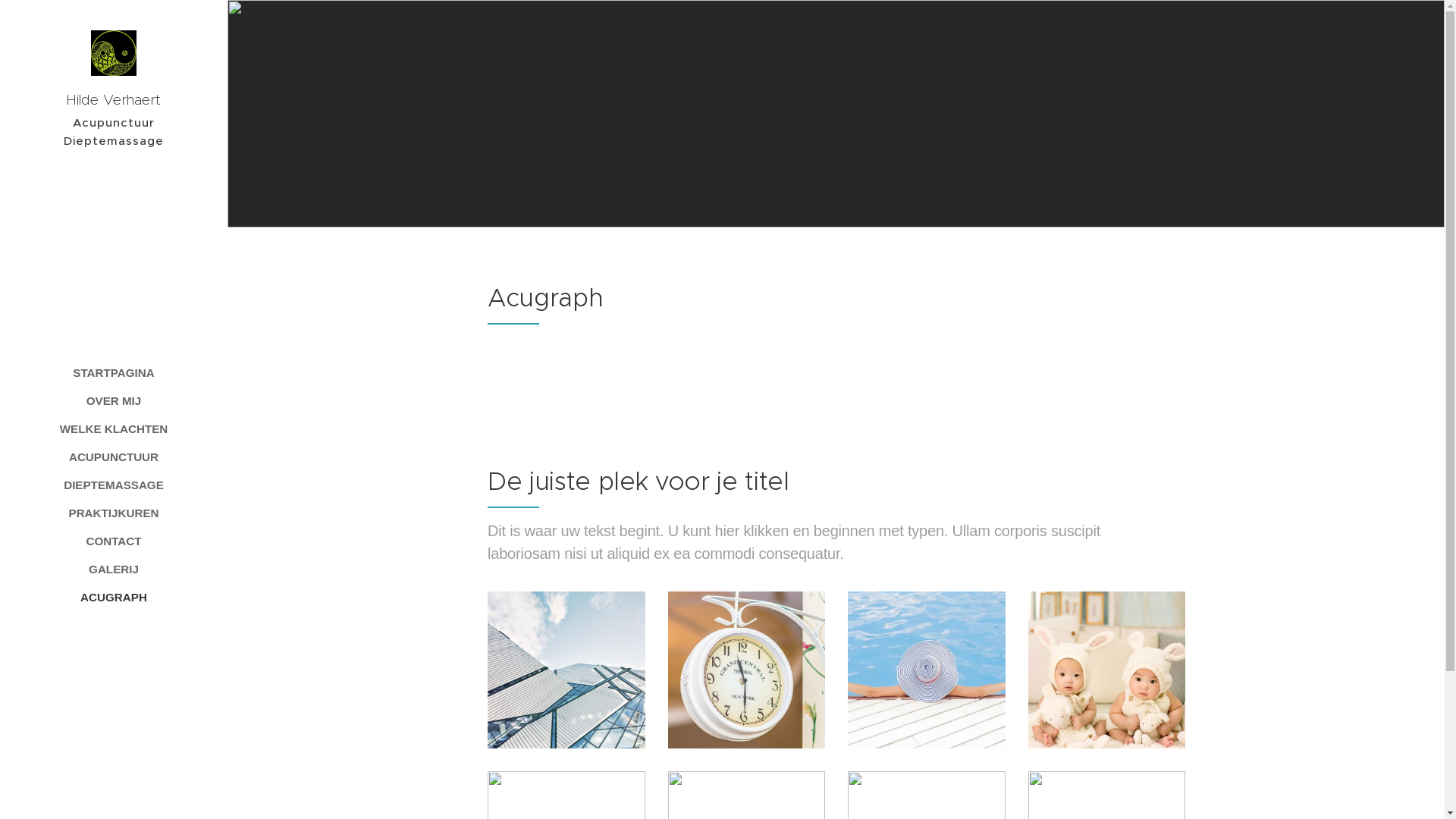  What do you see at coordinates (112, 569) in the screenshot?
I see `'GALERIJ'` at bounding box center [112, 569].